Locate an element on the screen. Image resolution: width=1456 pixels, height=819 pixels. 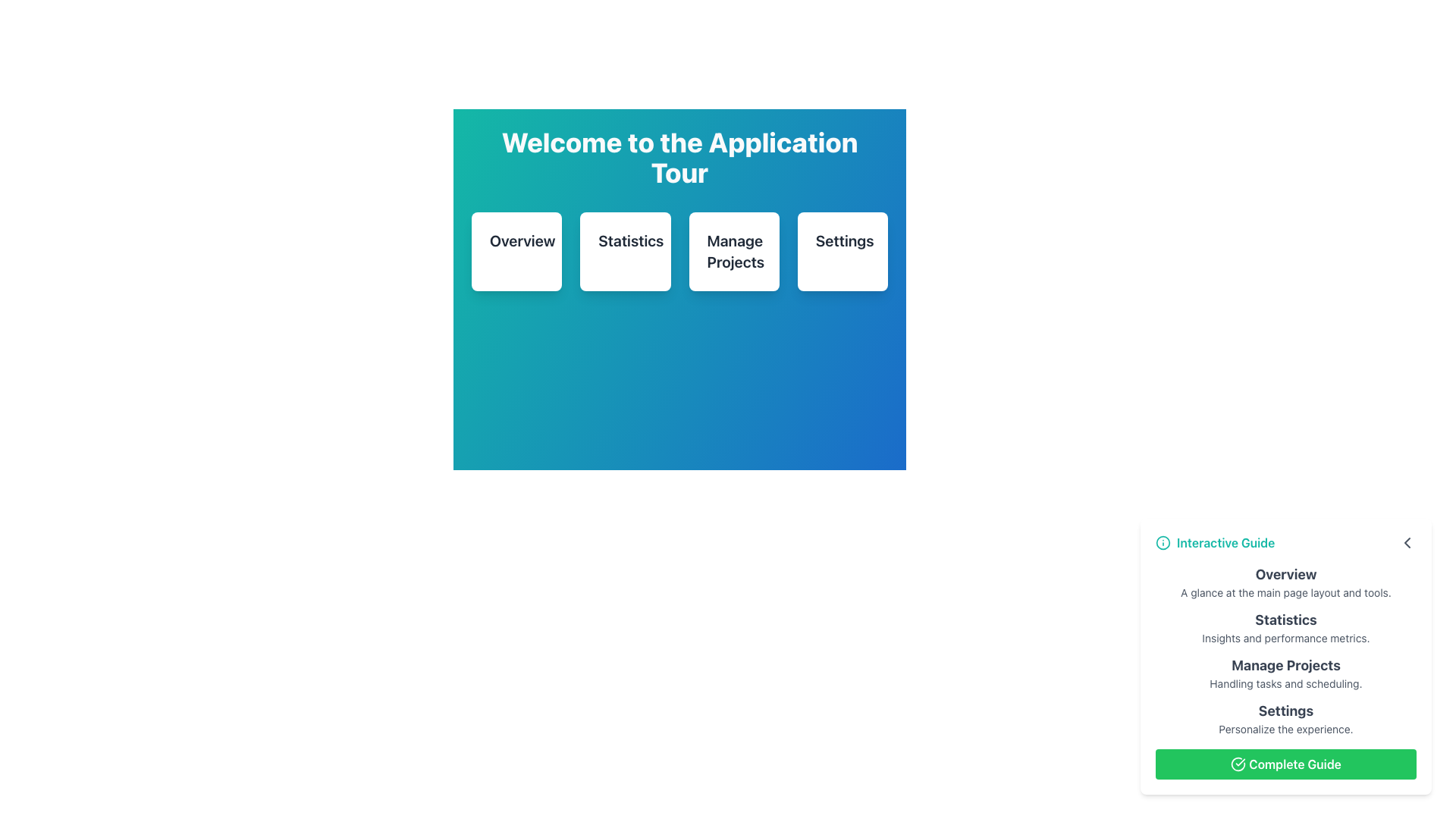
the descriptive Text Label located below the 'Manage Projects' title in the right-hand panel of the interface, which explains the purpose and functionality of the 'Manage Projects' feature is located at coordinates (1285, 684).